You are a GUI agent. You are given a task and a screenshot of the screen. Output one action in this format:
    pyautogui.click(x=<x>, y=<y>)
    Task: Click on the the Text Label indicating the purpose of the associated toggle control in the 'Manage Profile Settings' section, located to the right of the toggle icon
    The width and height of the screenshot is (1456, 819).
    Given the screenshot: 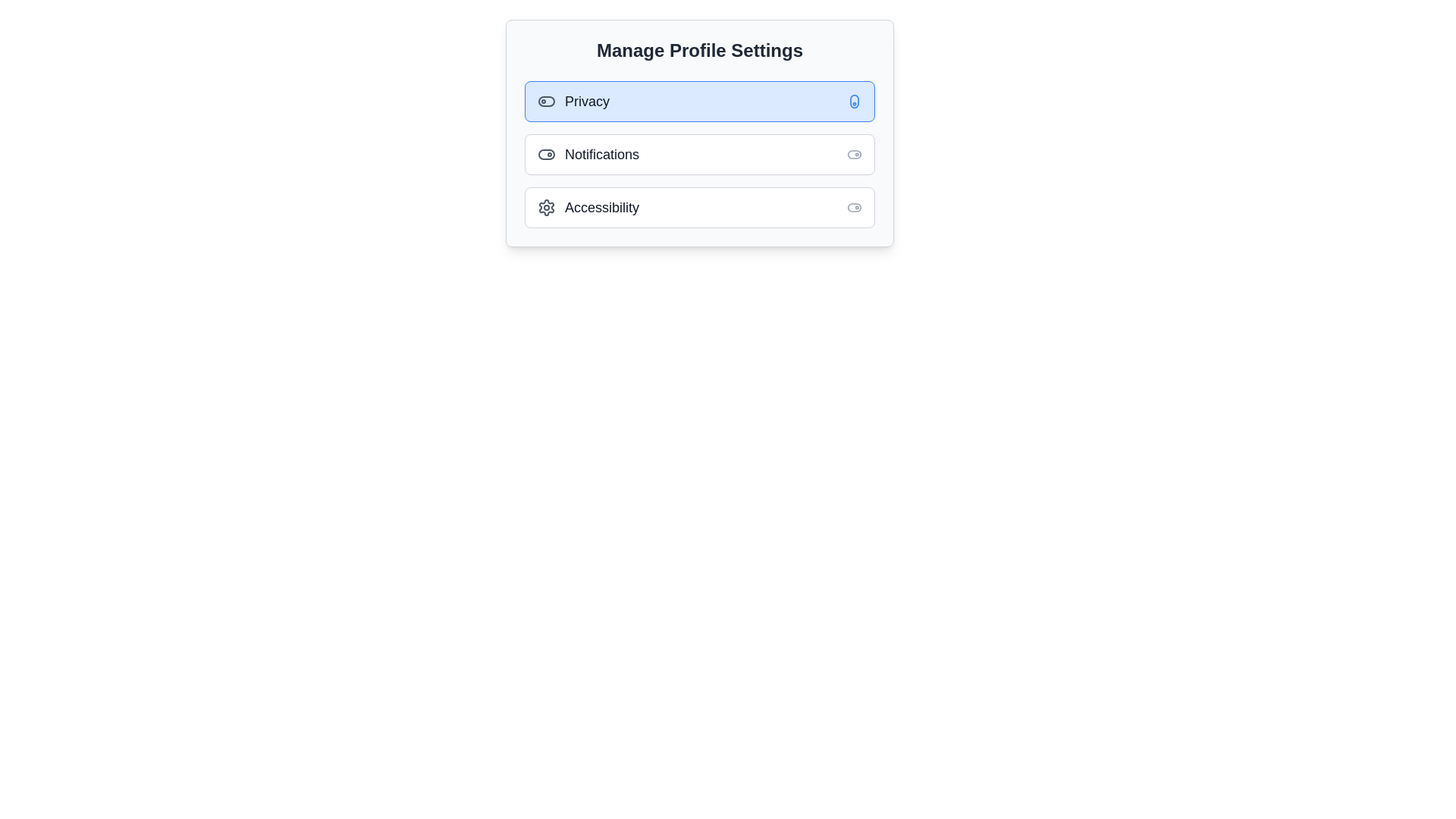 What is the action you would take?
    pyautogui.click(x=586, y=102)
    